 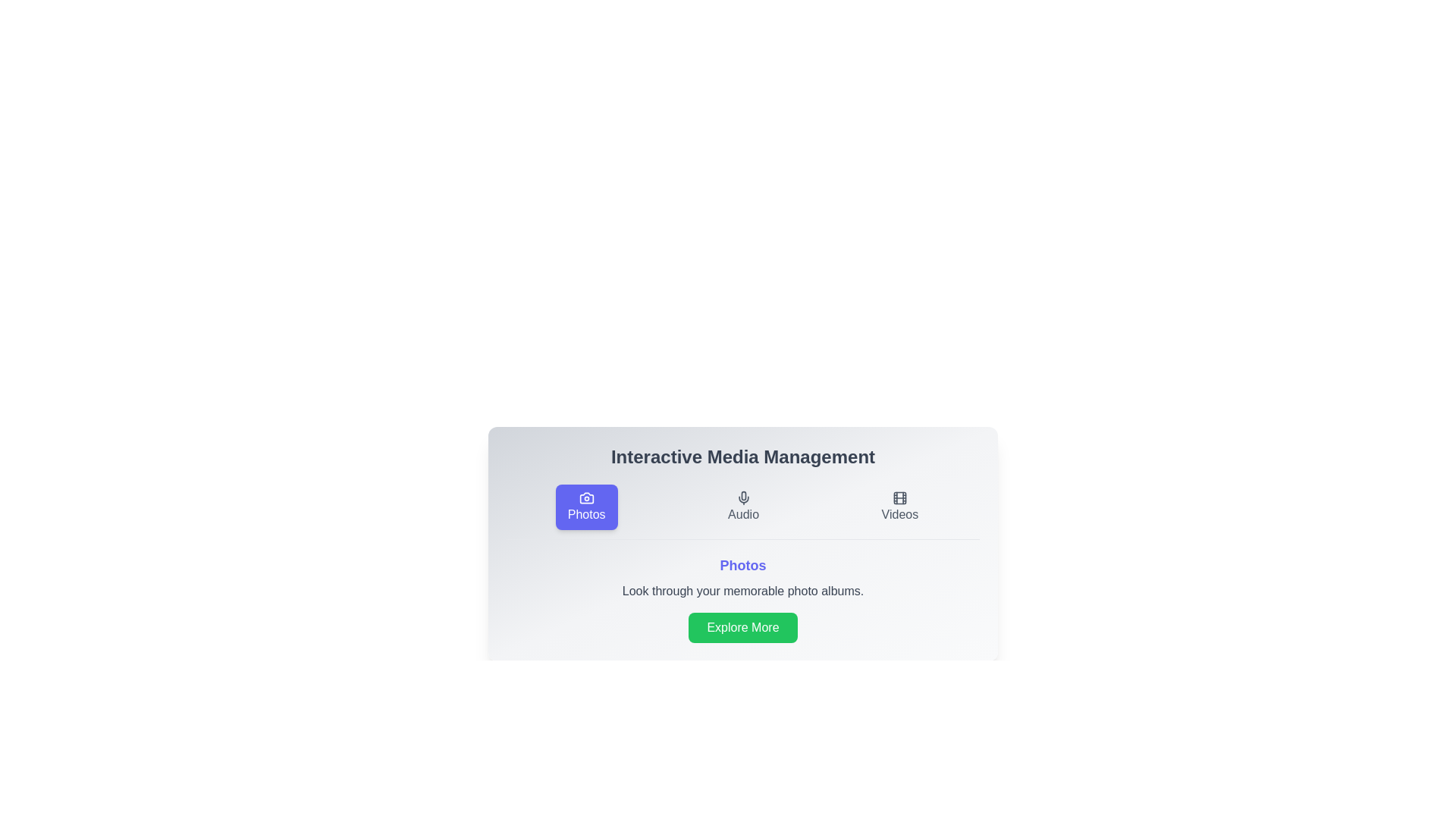 What do you see at coordinates (743, 507) in the screenshot?
I see `the Audio tab to view its content` at bounding box center [743, 507].